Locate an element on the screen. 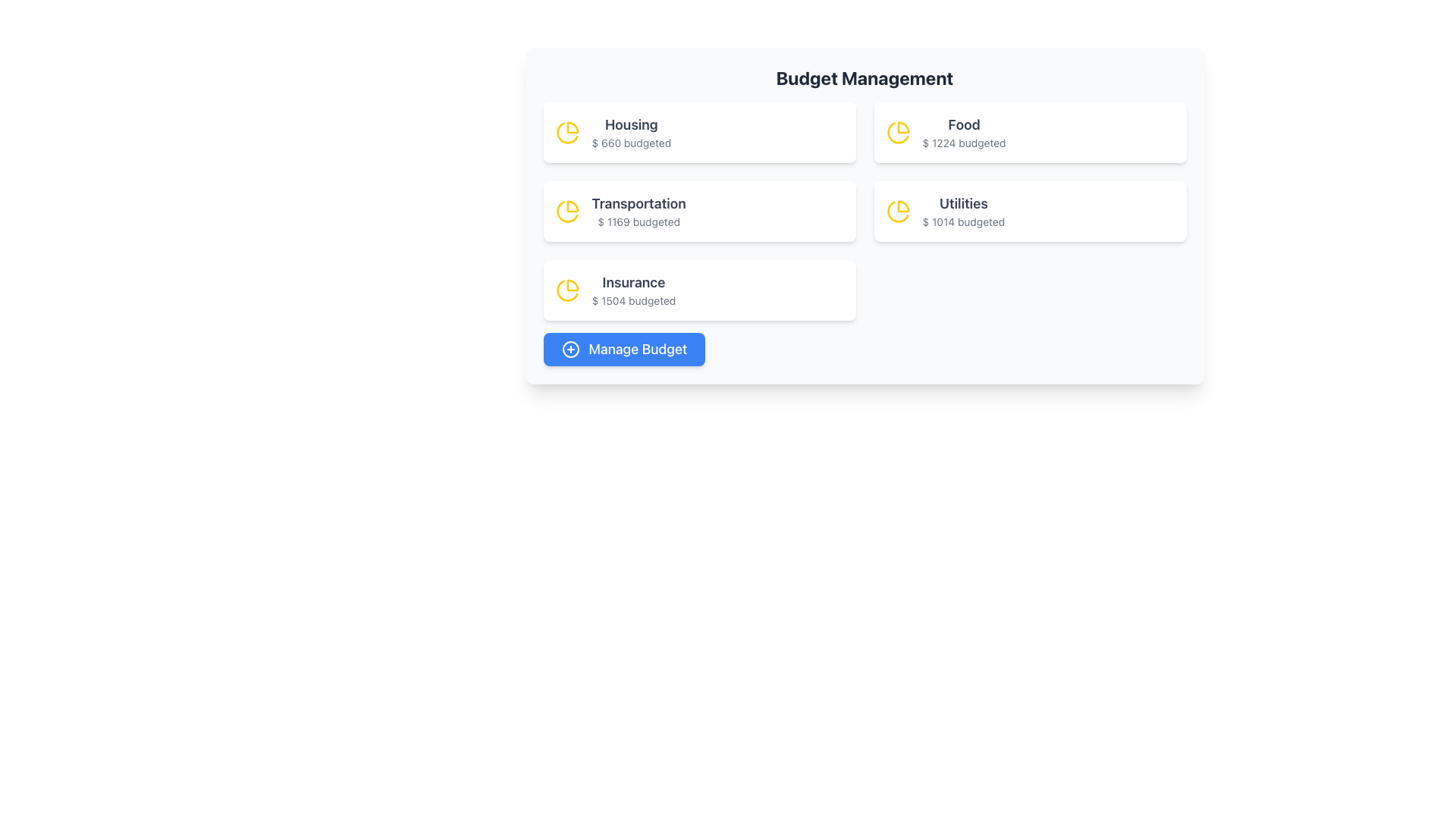 The image size is (1456, 819). the 'Food' category icon segment in the pie chart located in the upper-right section of the interface, to the left of the 'Food' budget card is located at coordinates (903, 127).